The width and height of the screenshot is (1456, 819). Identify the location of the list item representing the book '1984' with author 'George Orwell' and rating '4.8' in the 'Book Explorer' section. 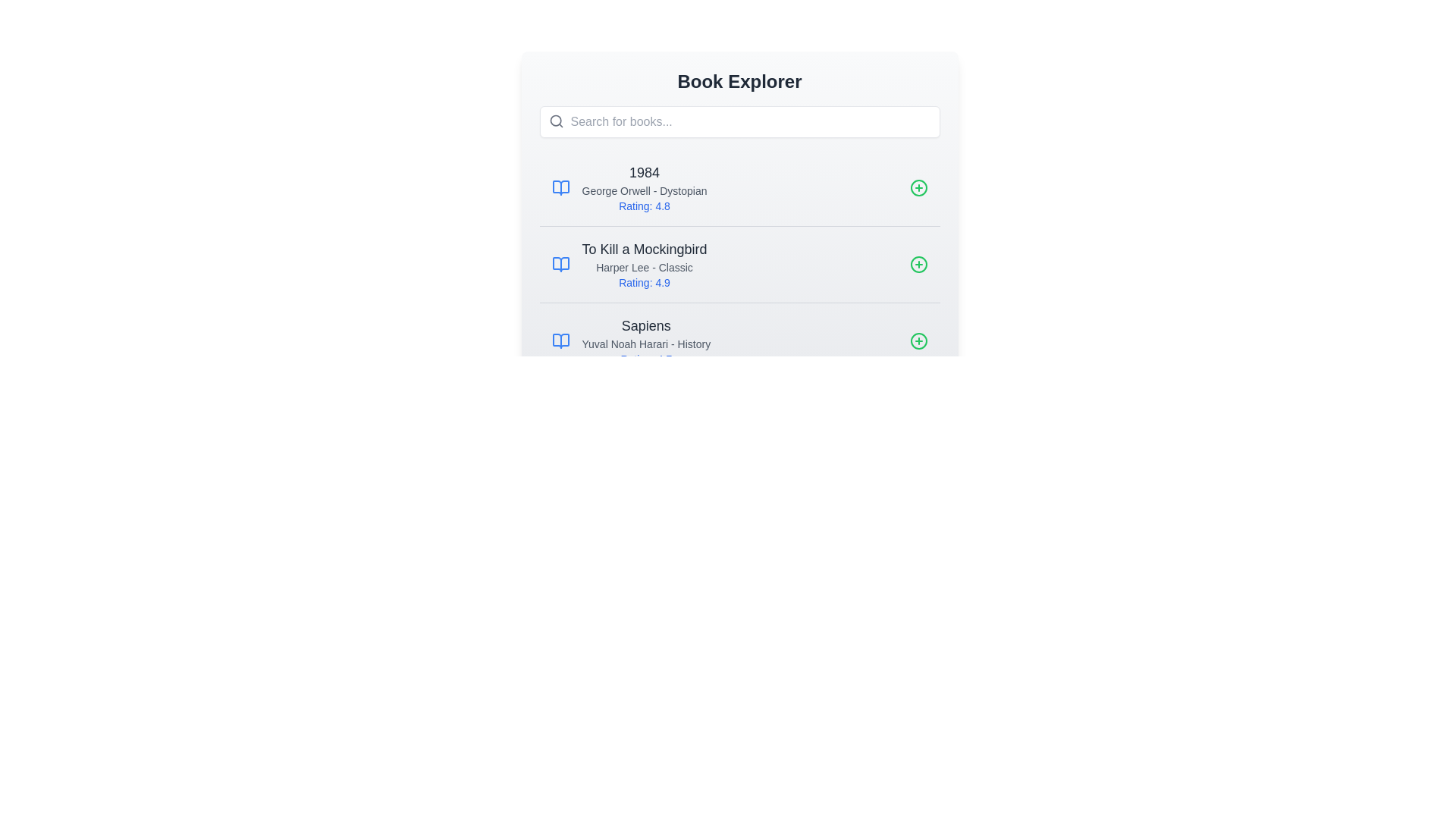
(644, 187).